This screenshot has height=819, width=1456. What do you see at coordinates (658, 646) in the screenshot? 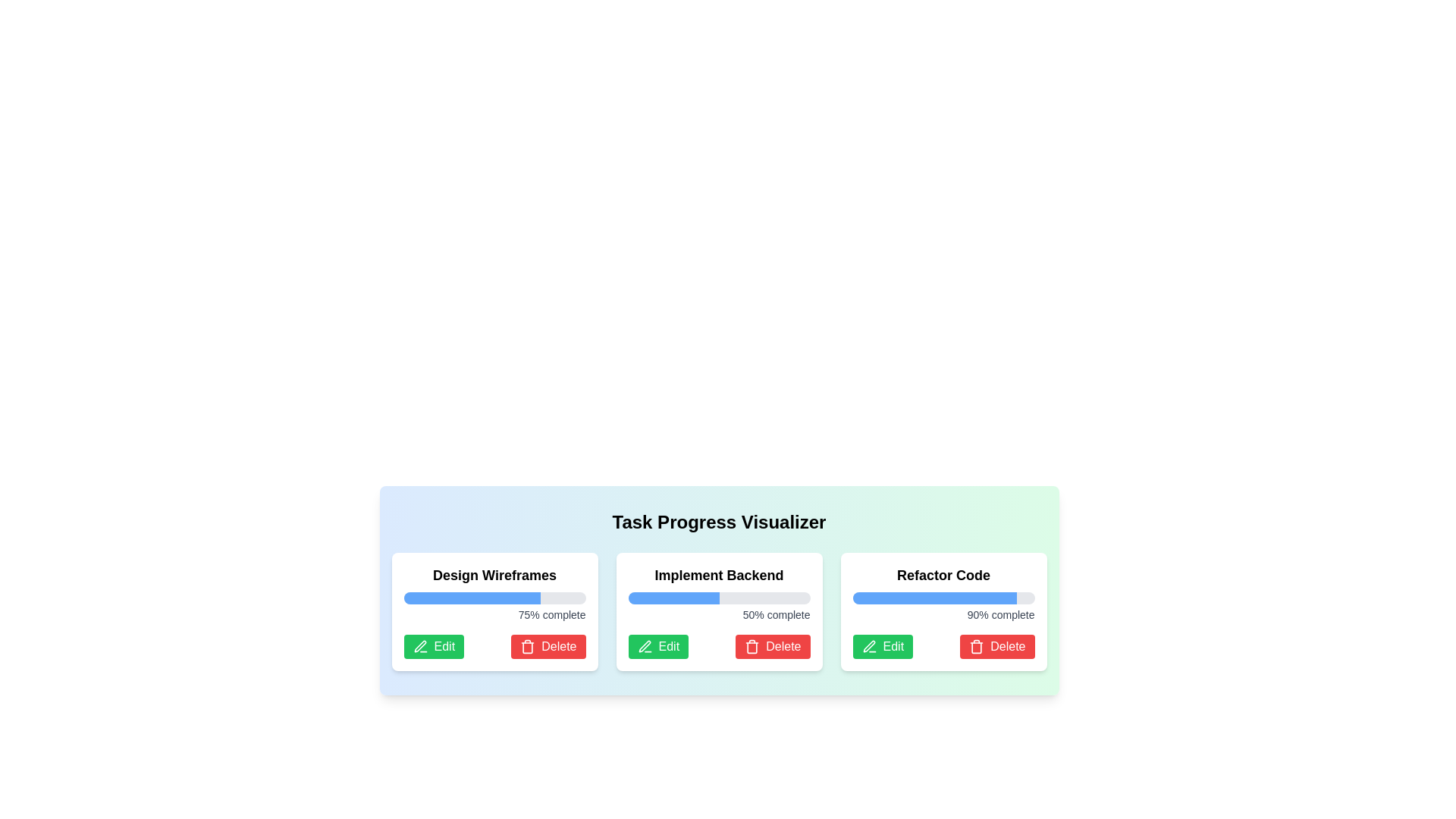
I see `the edit button located at the bottom-left corner of the middle task card associated with the task labeled 'Implement Backend' to activate its hover styling effect` at bounding box center [658, 646].